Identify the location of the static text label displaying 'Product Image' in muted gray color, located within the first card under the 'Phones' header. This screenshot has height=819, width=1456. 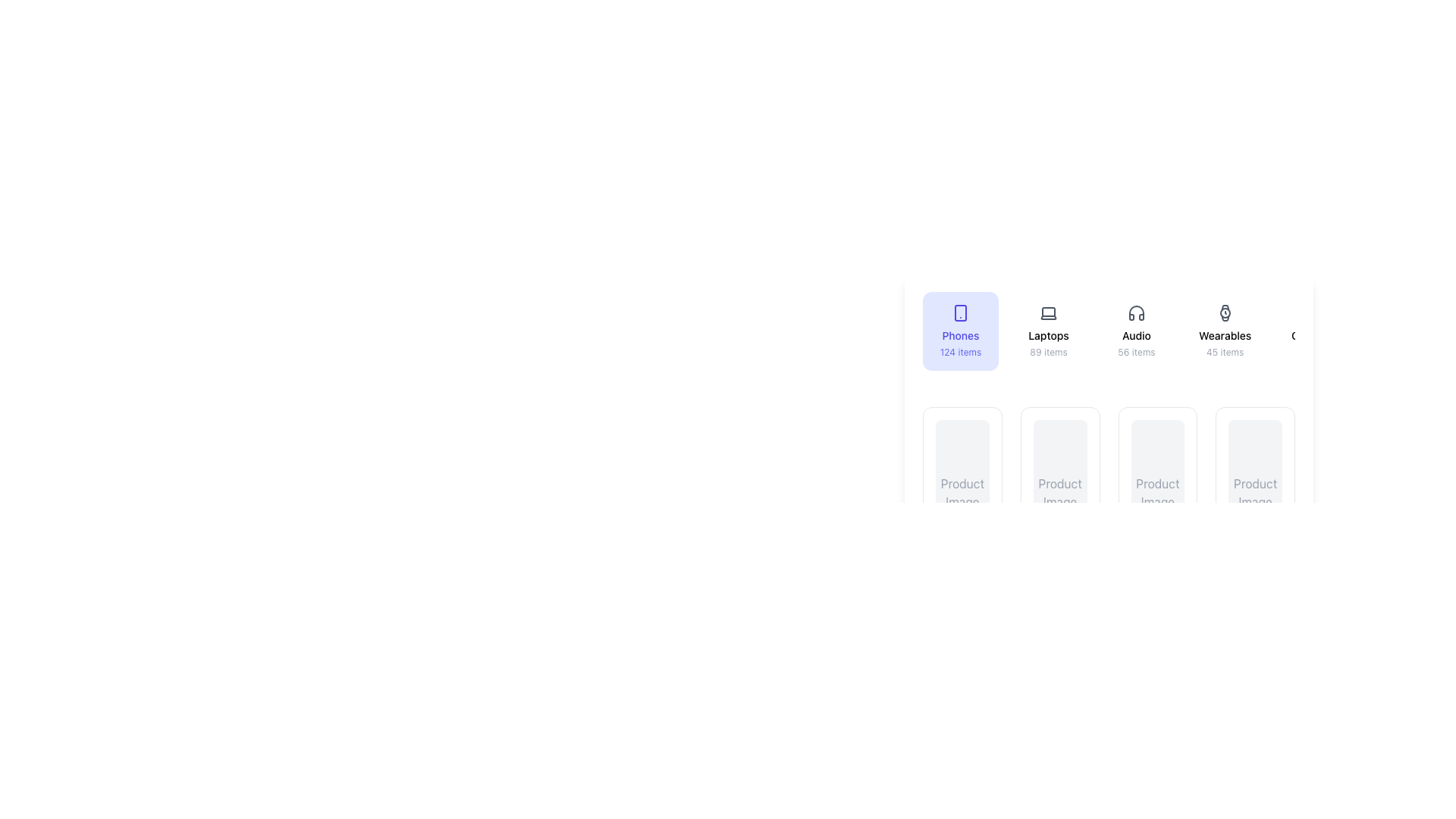
(962, 493).